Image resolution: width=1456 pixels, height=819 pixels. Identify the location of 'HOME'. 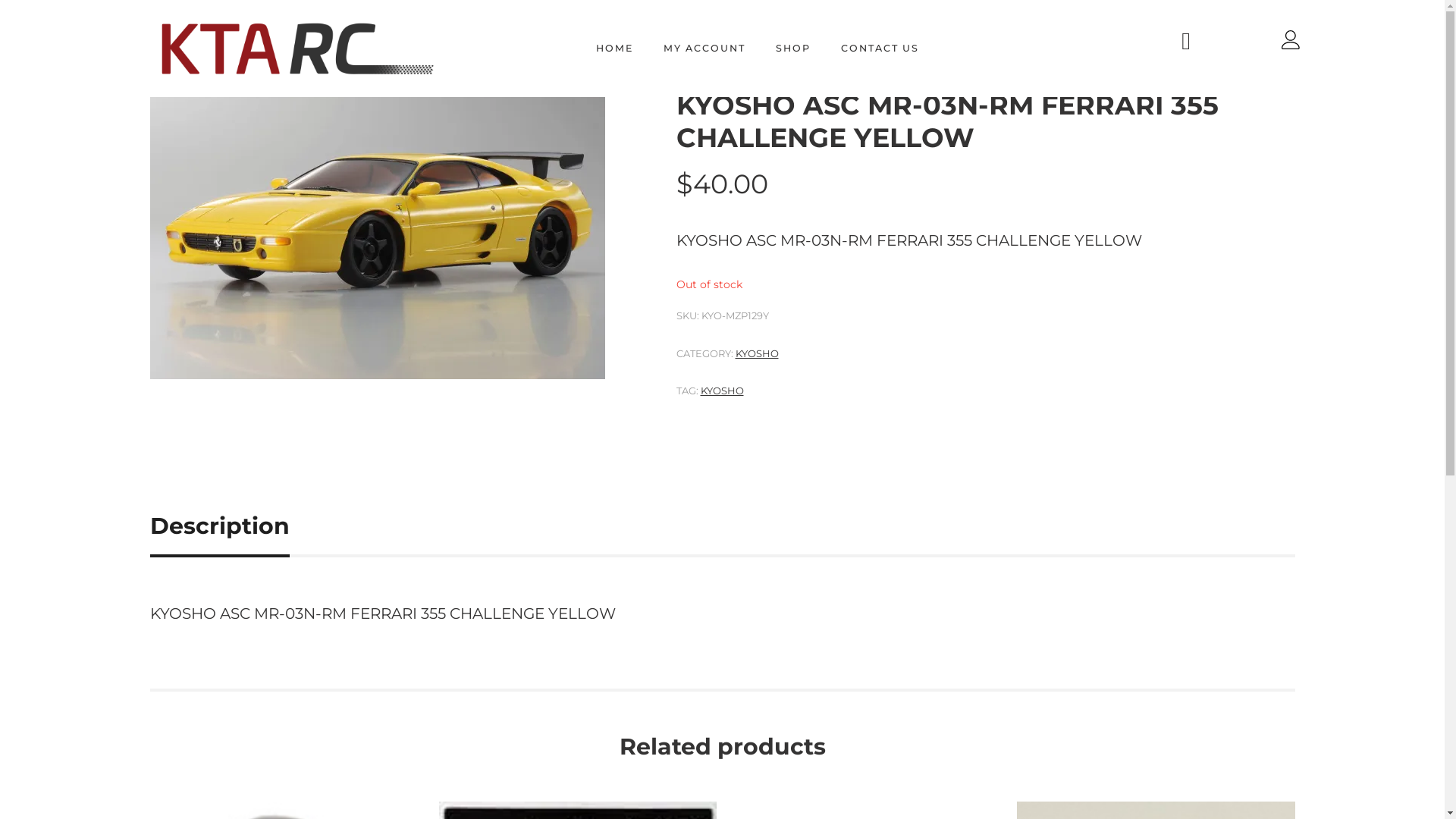
(676, 61).